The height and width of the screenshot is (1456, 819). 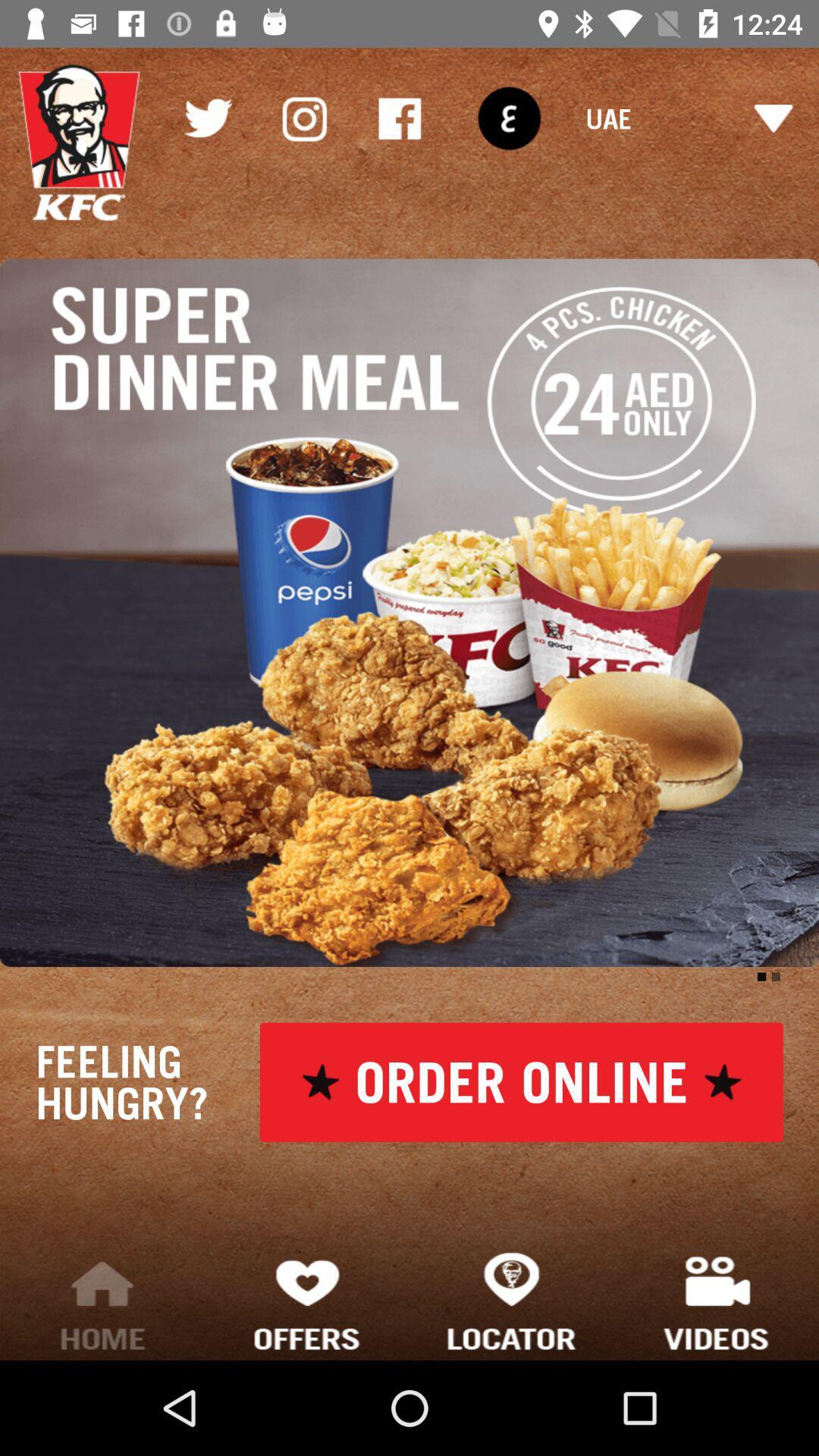 What do you see at coordinates (399, 118) in the screenshot?
I see `the facebook icon` at bounding box center [399, 118].